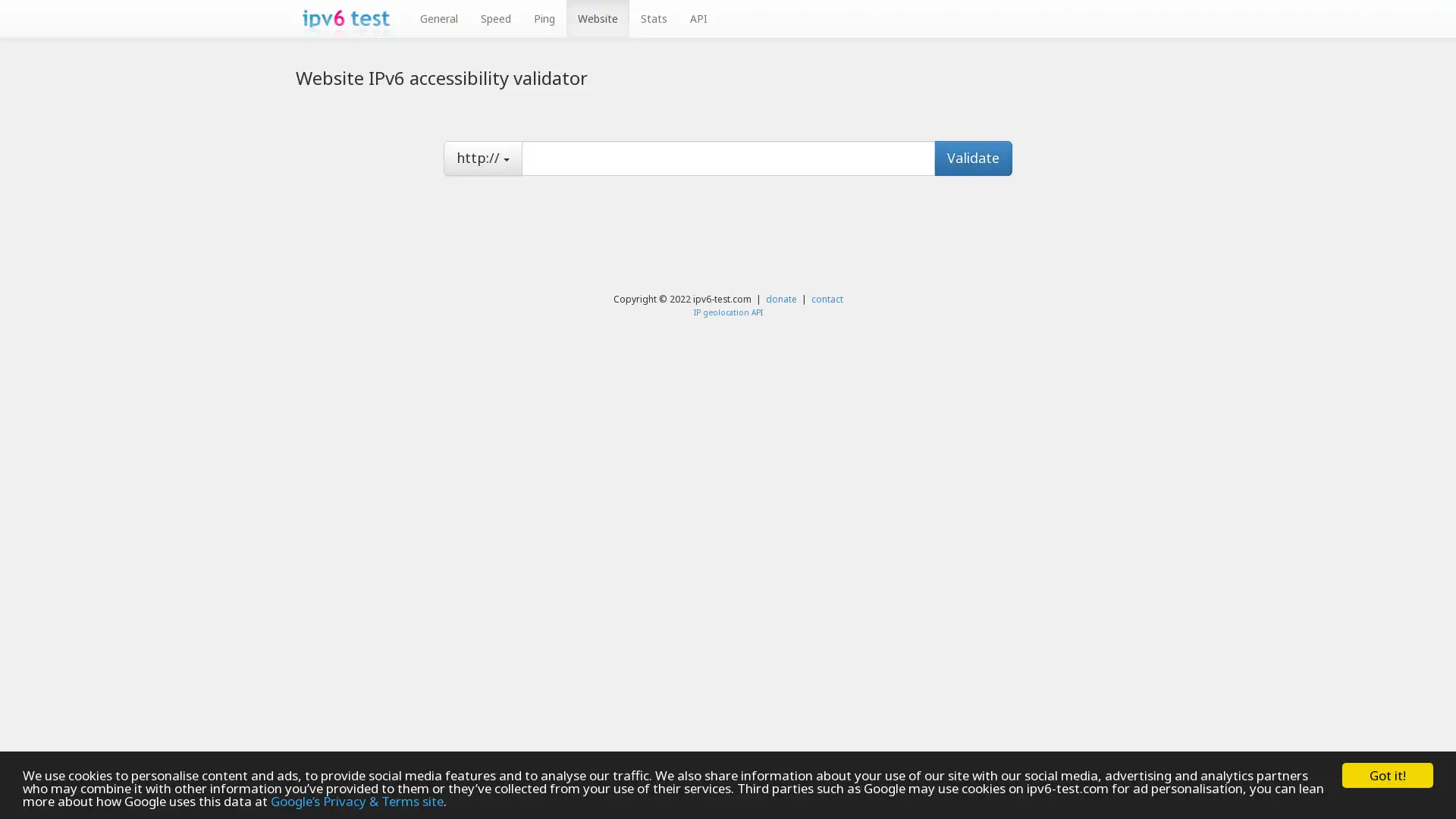 The width and height of the screenshot is (1456, 819). Describe the element at coordinates (973, 158) in the screenshot. I see `Validate` at that location.